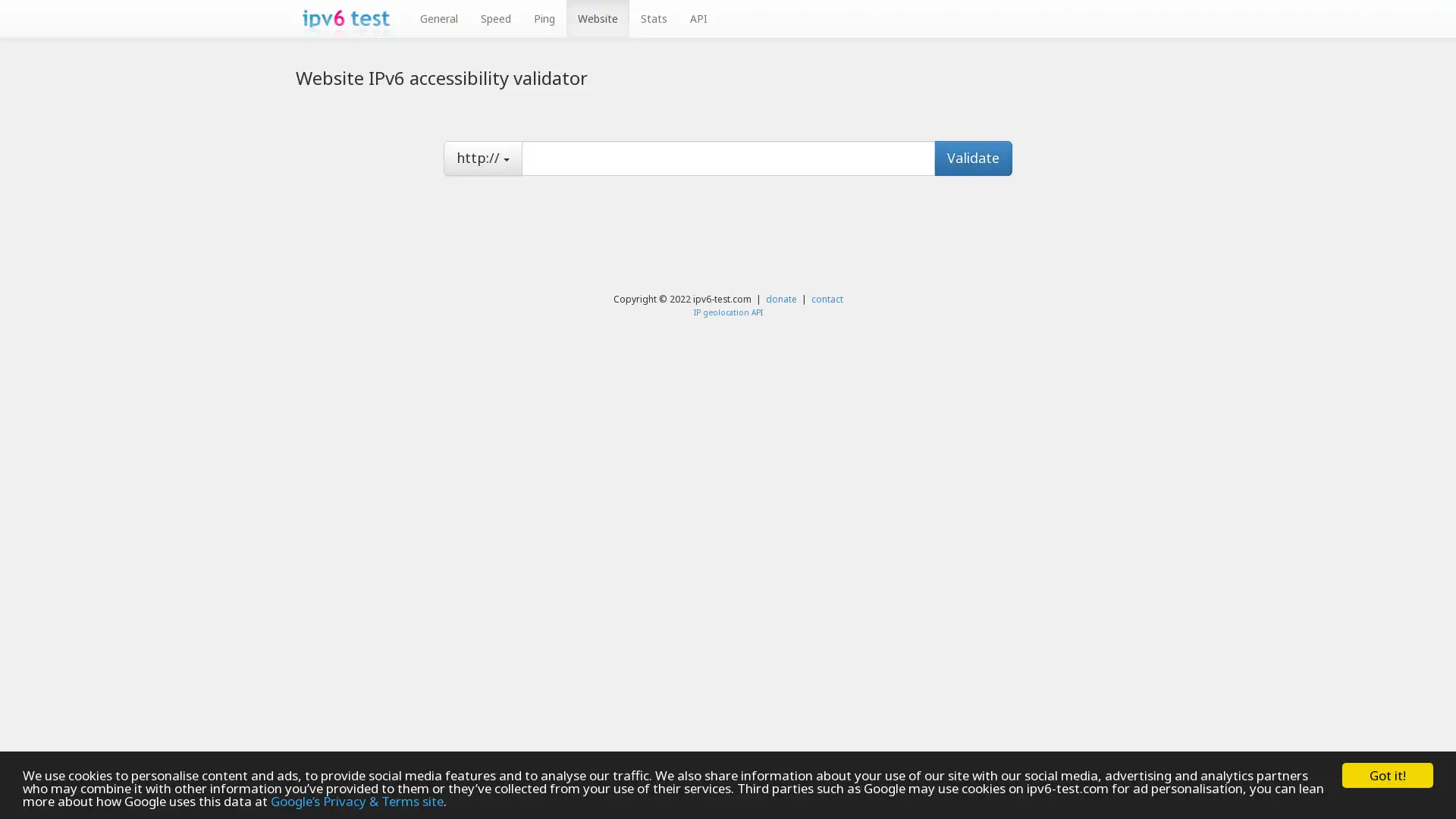 The width and height of the screenshot is (1456, 819). Describe the element at coordinates (973, 158) in the screenshot. I see `Validate` at that location.